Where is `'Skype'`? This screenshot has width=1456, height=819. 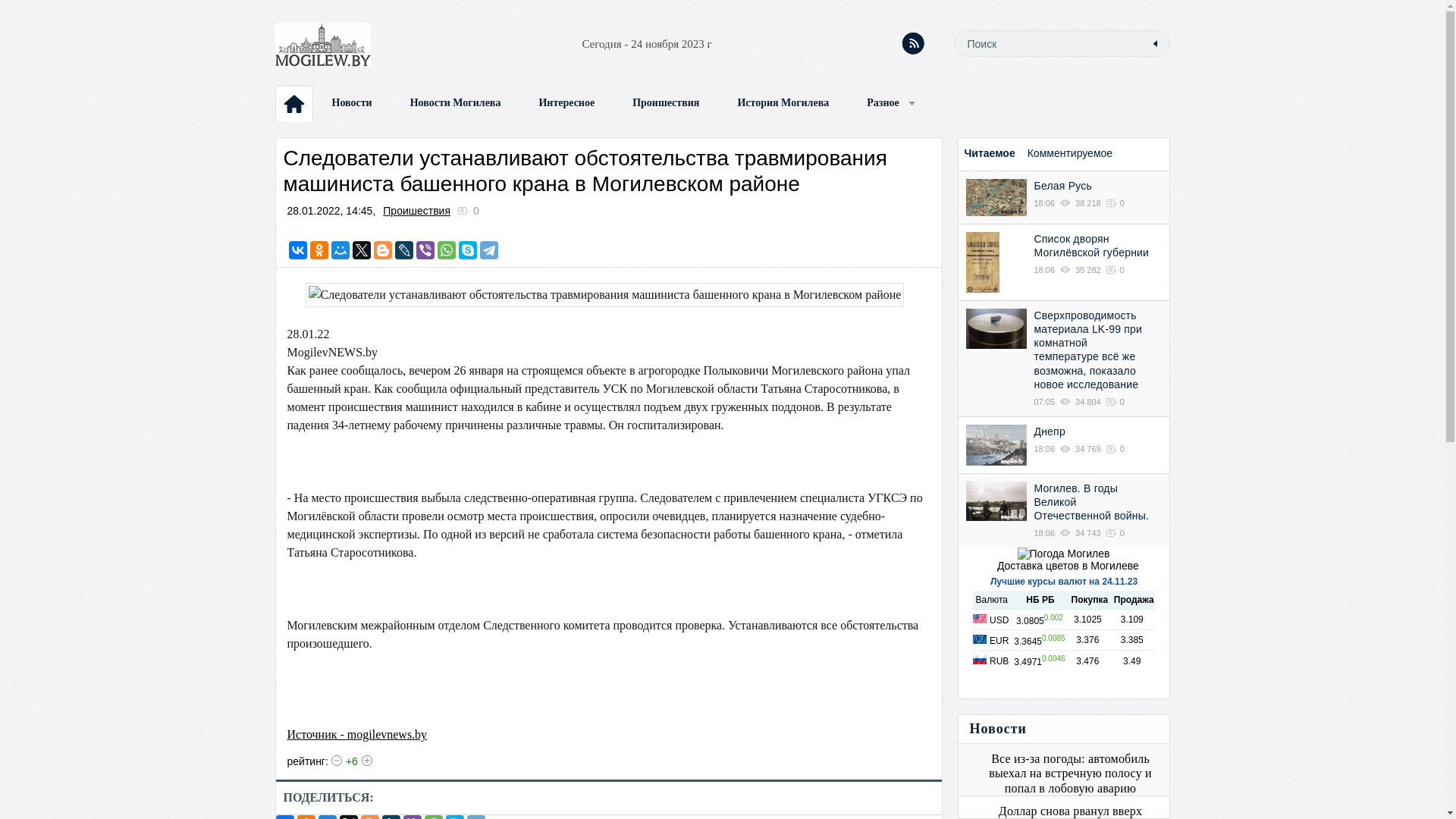 'Skype' is located at coordinates (467, 249).